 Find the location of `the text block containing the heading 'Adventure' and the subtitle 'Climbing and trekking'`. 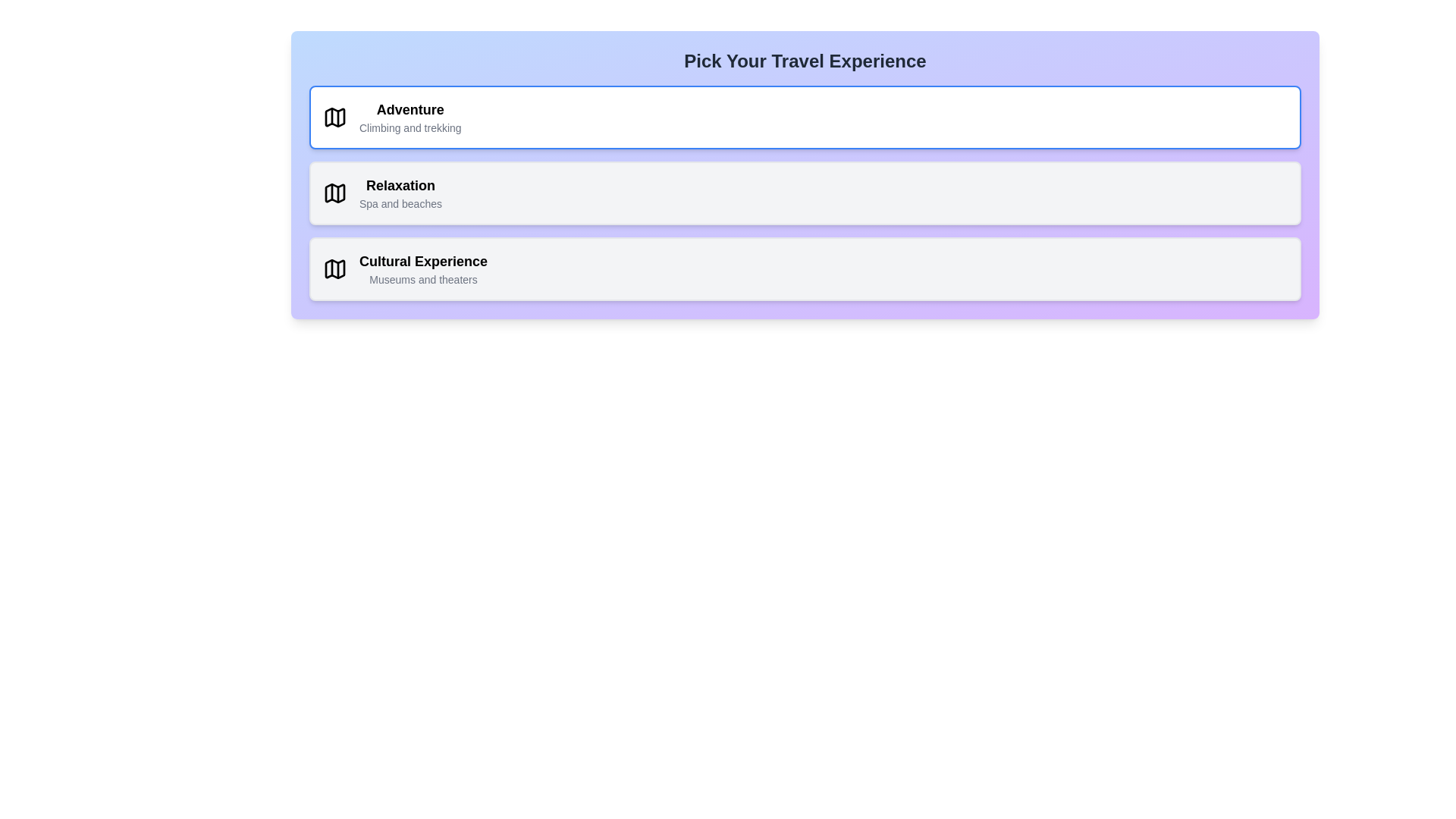

the text block containing the heading 'Adventure' and the subtitle 'Climbing and trekking' is located at coordinates (410, 116).